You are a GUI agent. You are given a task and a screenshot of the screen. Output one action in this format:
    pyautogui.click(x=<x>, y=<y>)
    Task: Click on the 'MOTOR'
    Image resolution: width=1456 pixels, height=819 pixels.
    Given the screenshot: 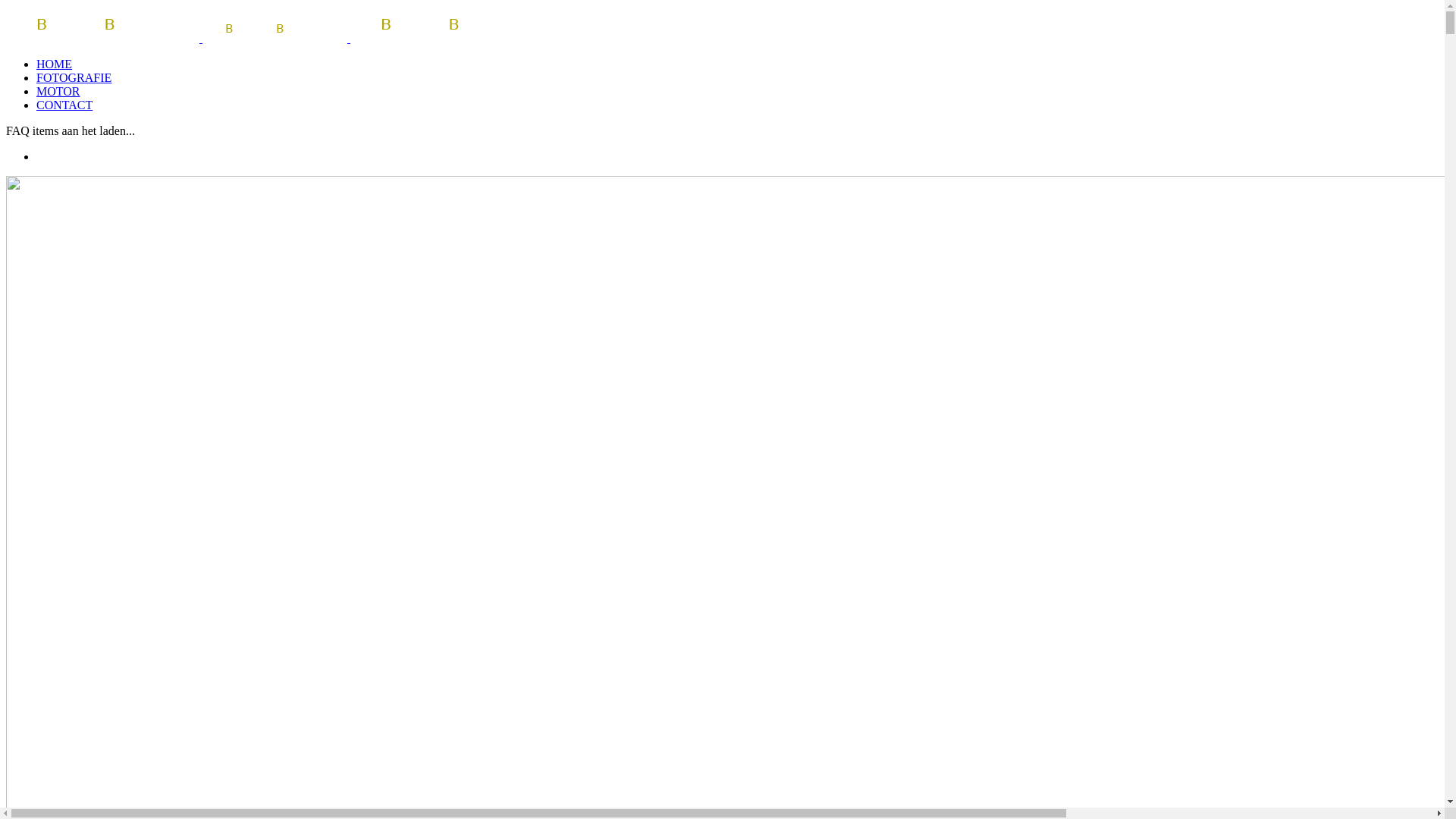 What is the action you would take?
    pyautogui.click(x=58, y=91)
    